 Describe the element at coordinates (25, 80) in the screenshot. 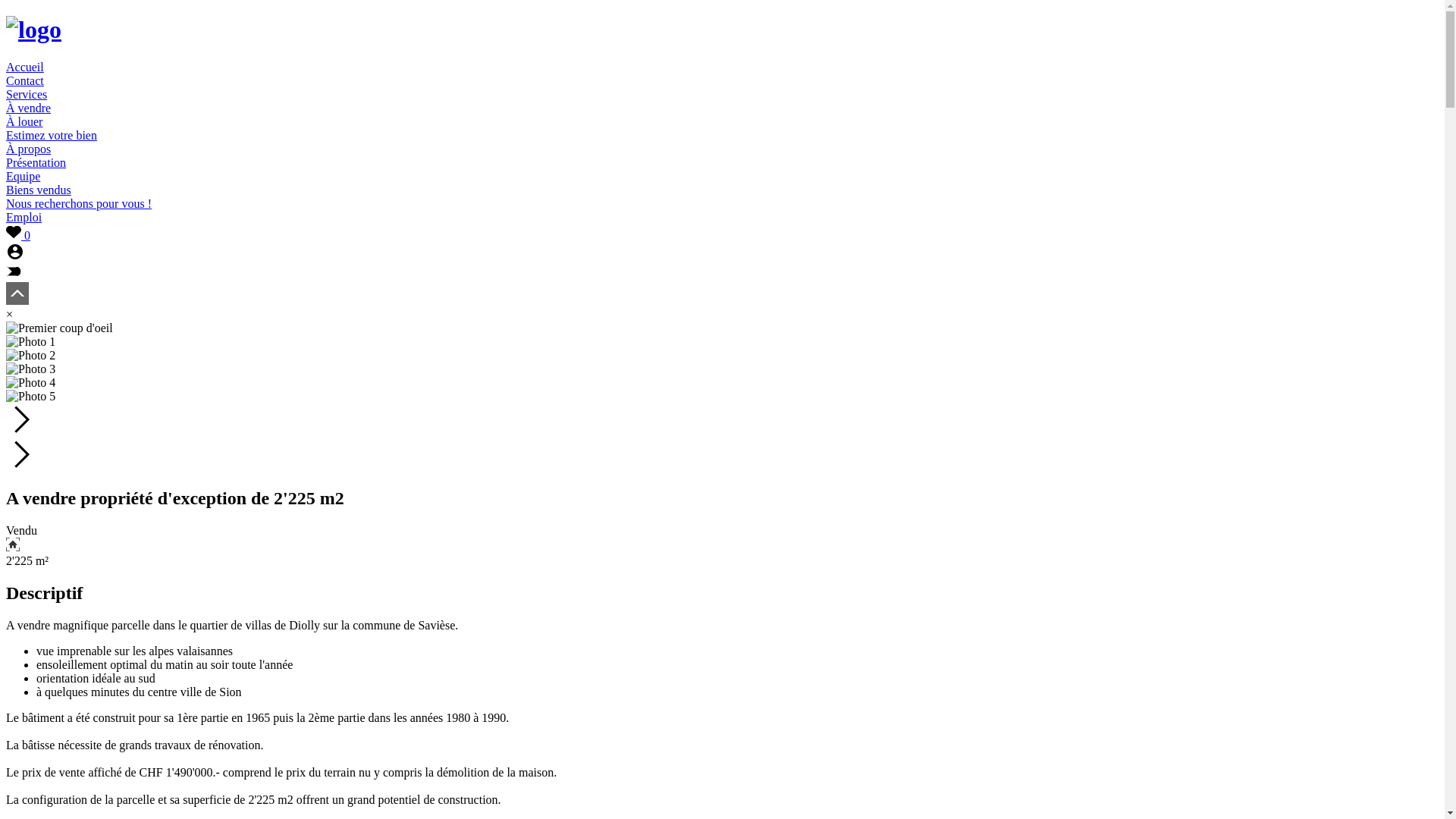

I see `'Contact'` at that location.